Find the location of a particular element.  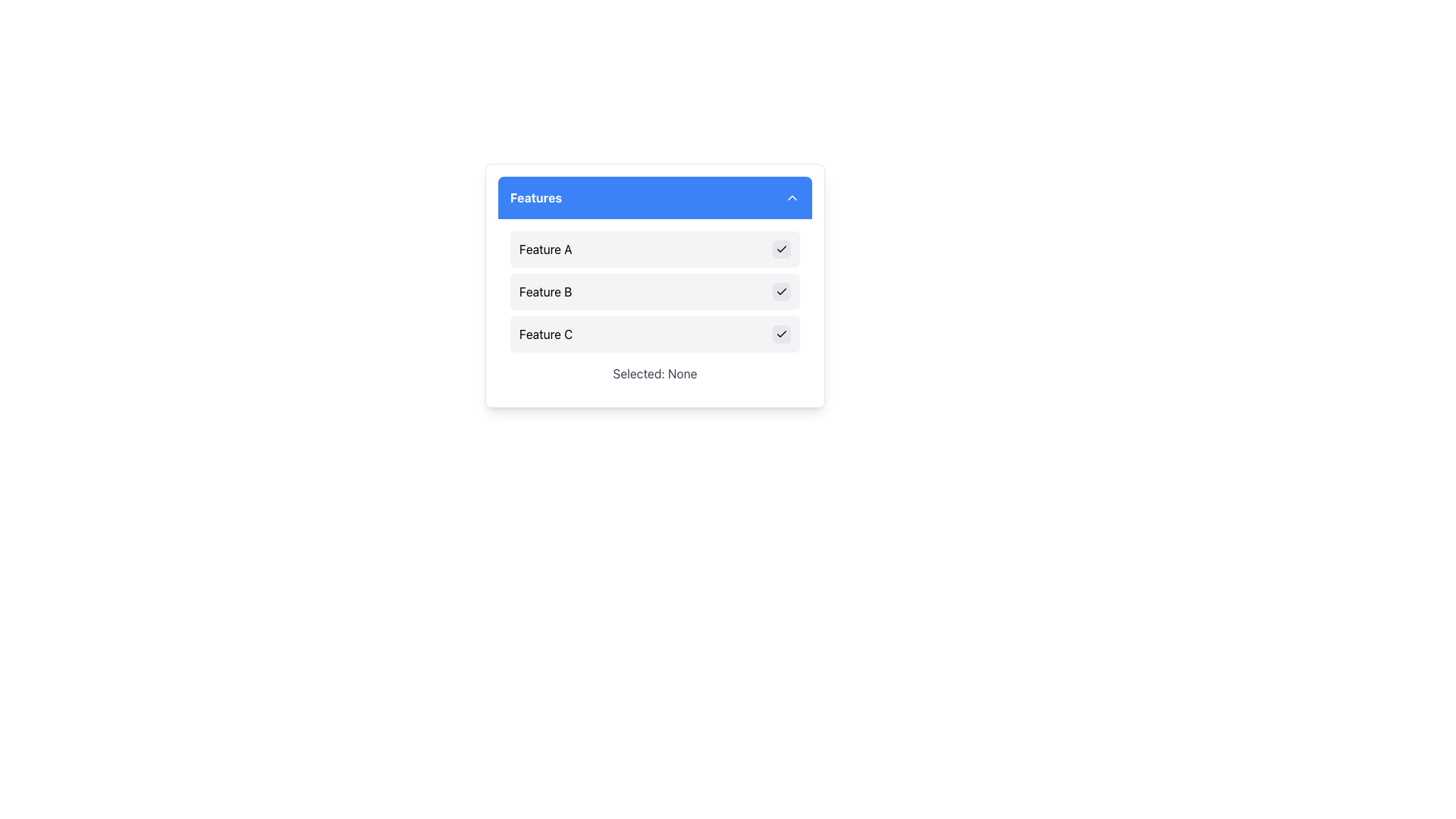

the static text label 'Feature B', which is the second item in the list under the 'Features' header, positioned between 'Feature A' and 'Feature C' is located at coordinates (545, 292).